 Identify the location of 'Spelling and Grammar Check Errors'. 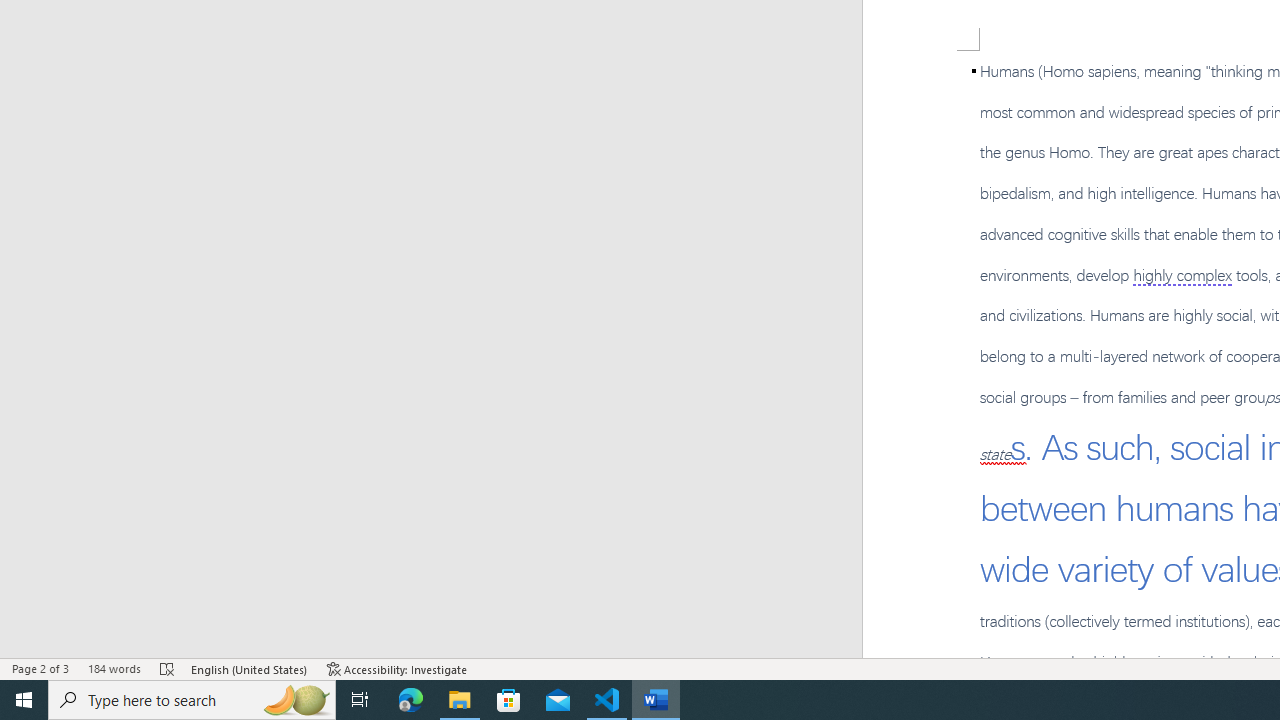
(168, 669).